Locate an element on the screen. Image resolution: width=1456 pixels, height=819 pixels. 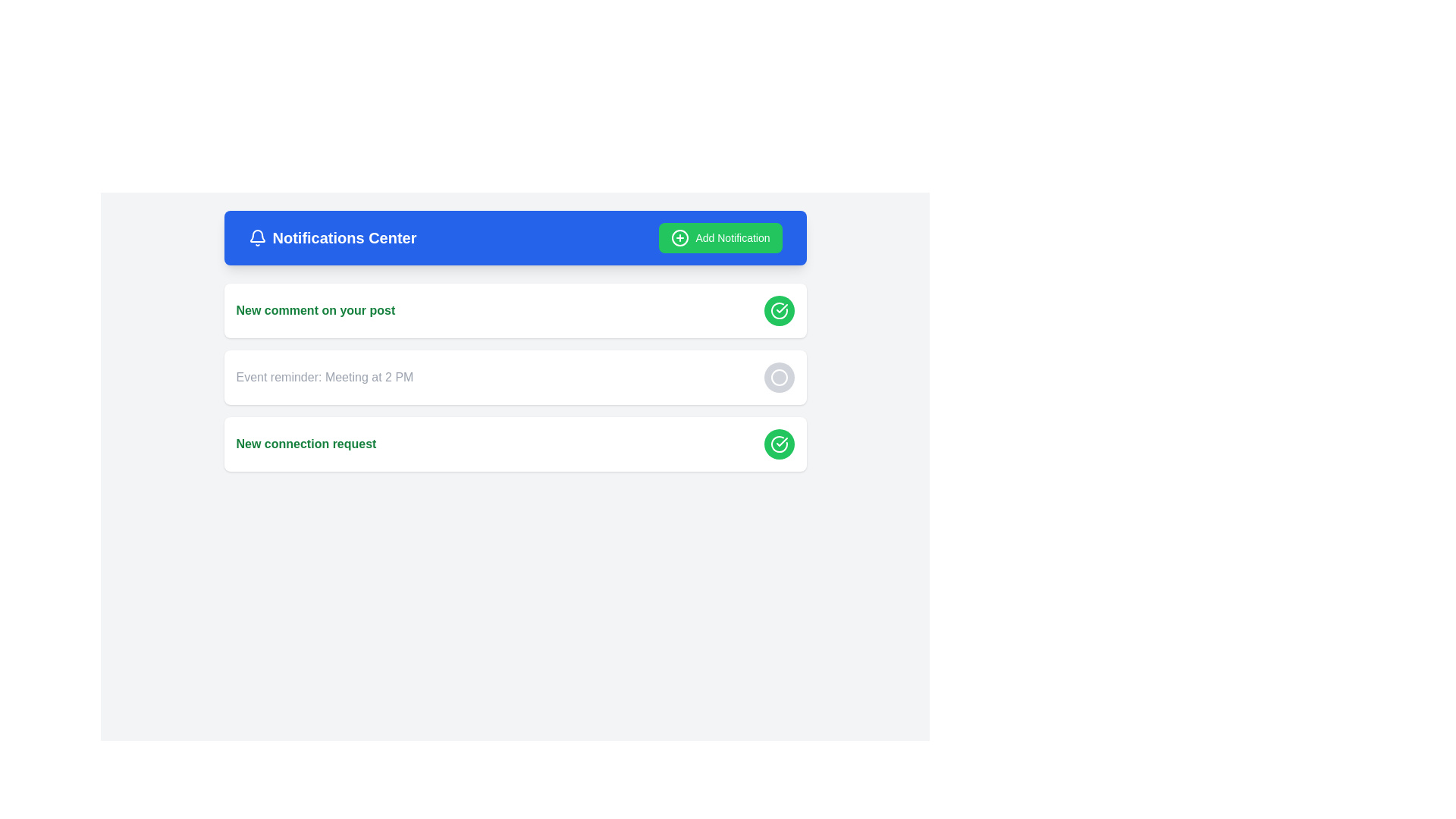
the circular button with a light gray background and a white circular icon, located to the right of the 'Event reminder: Meeting at 2 PM' text is located at coordinates (779, 376).